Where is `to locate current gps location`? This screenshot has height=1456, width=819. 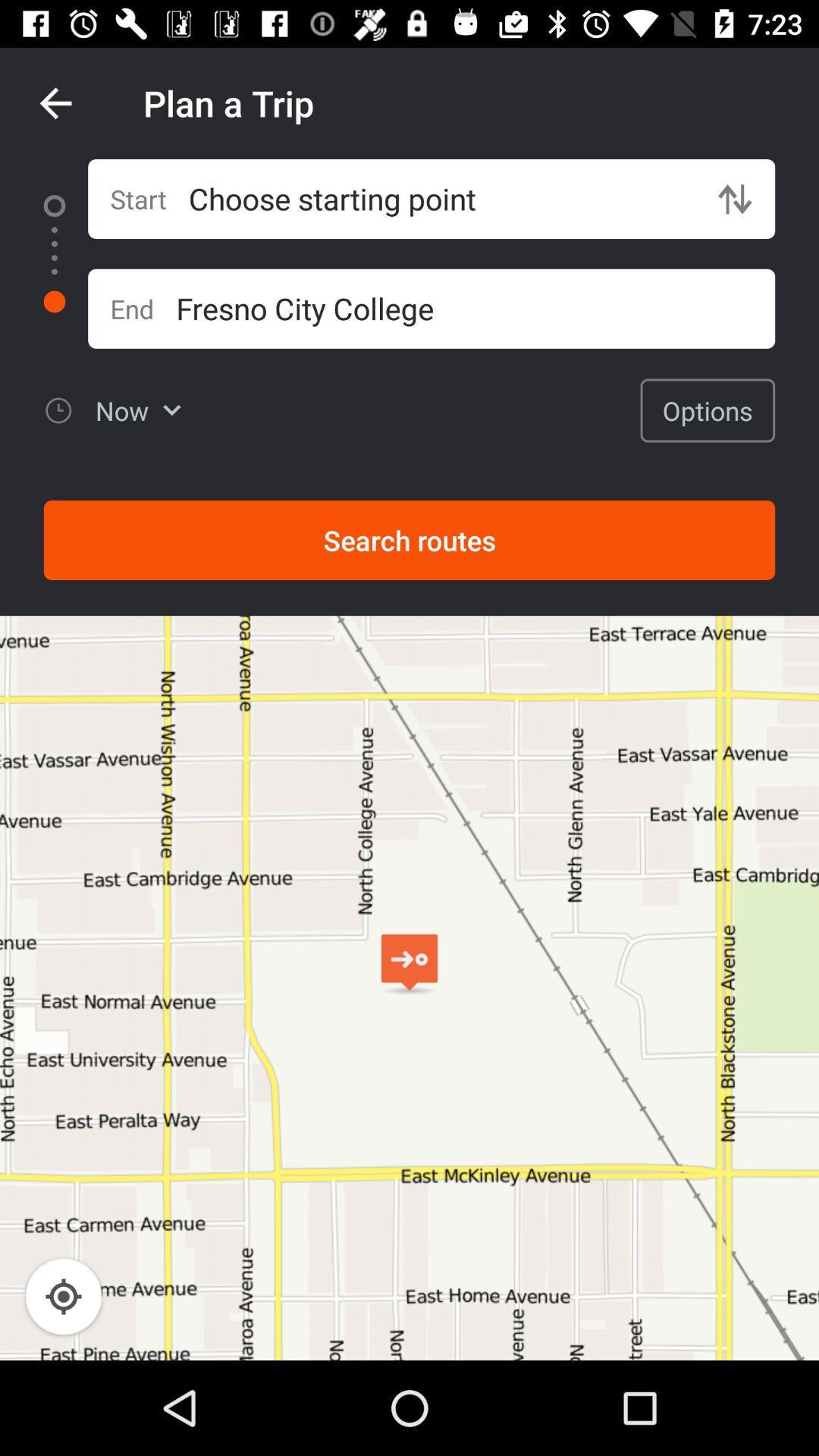 to locate current gps location is located at coordinates (63, 1295).